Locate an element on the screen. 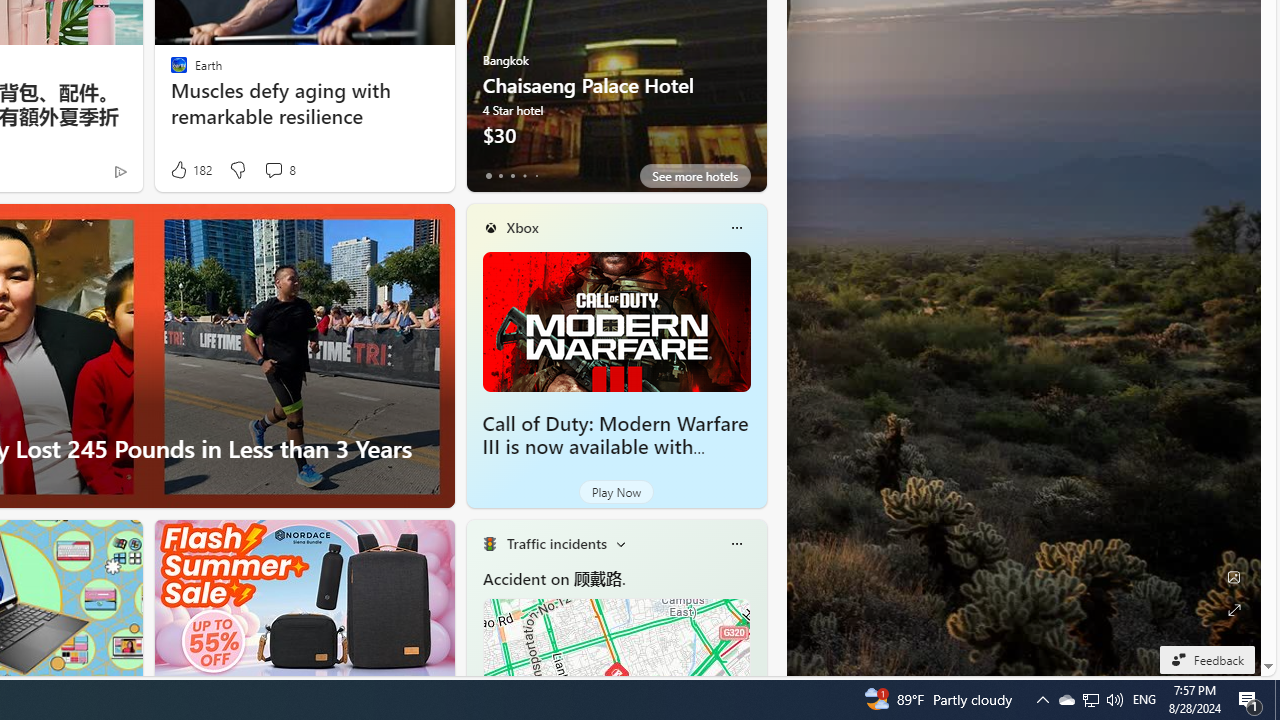  'Feedback' is located at coordinates (1205, 659).